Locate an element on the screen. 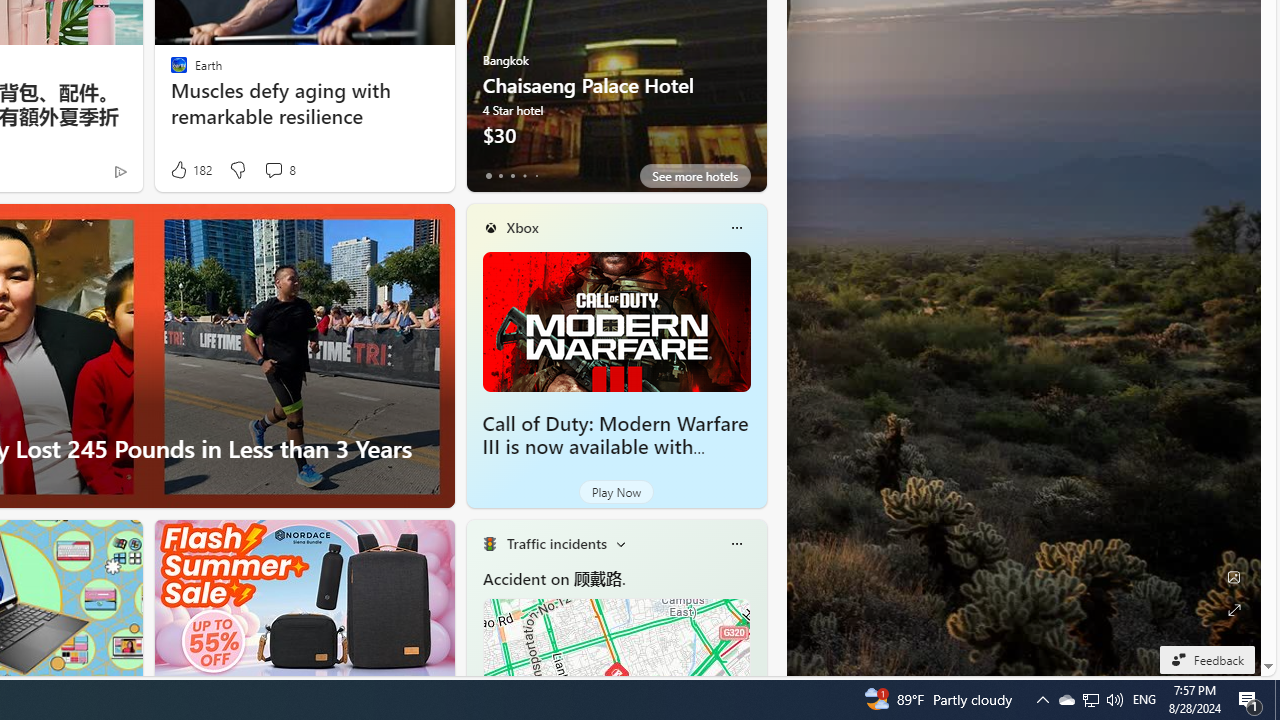  'Feedback' is located at coordinates (1205, 659).